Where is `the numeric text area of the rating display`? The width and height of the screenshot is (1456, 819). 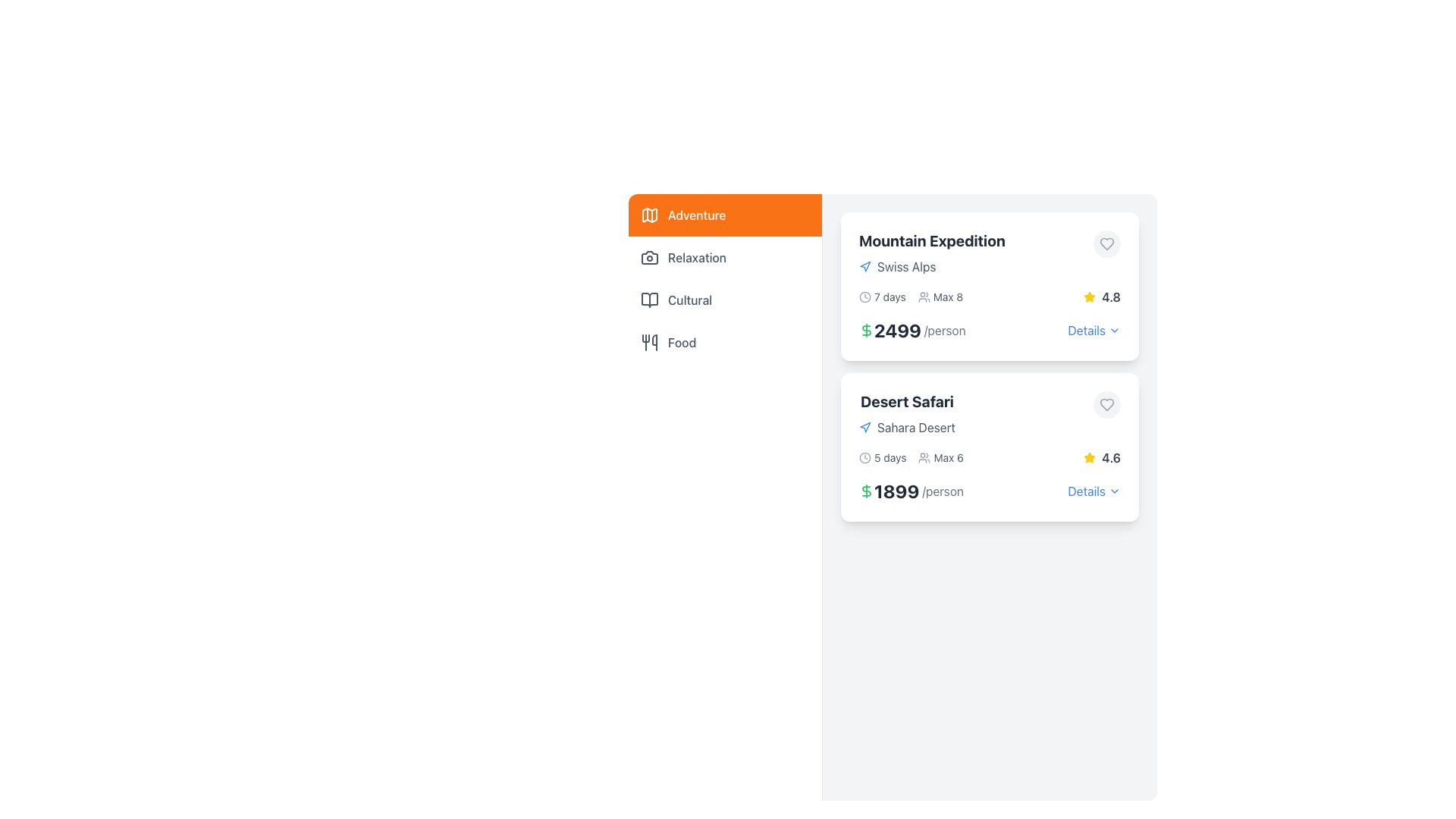 the numeric text area of the rating display is located at coordinates (1102, 297).